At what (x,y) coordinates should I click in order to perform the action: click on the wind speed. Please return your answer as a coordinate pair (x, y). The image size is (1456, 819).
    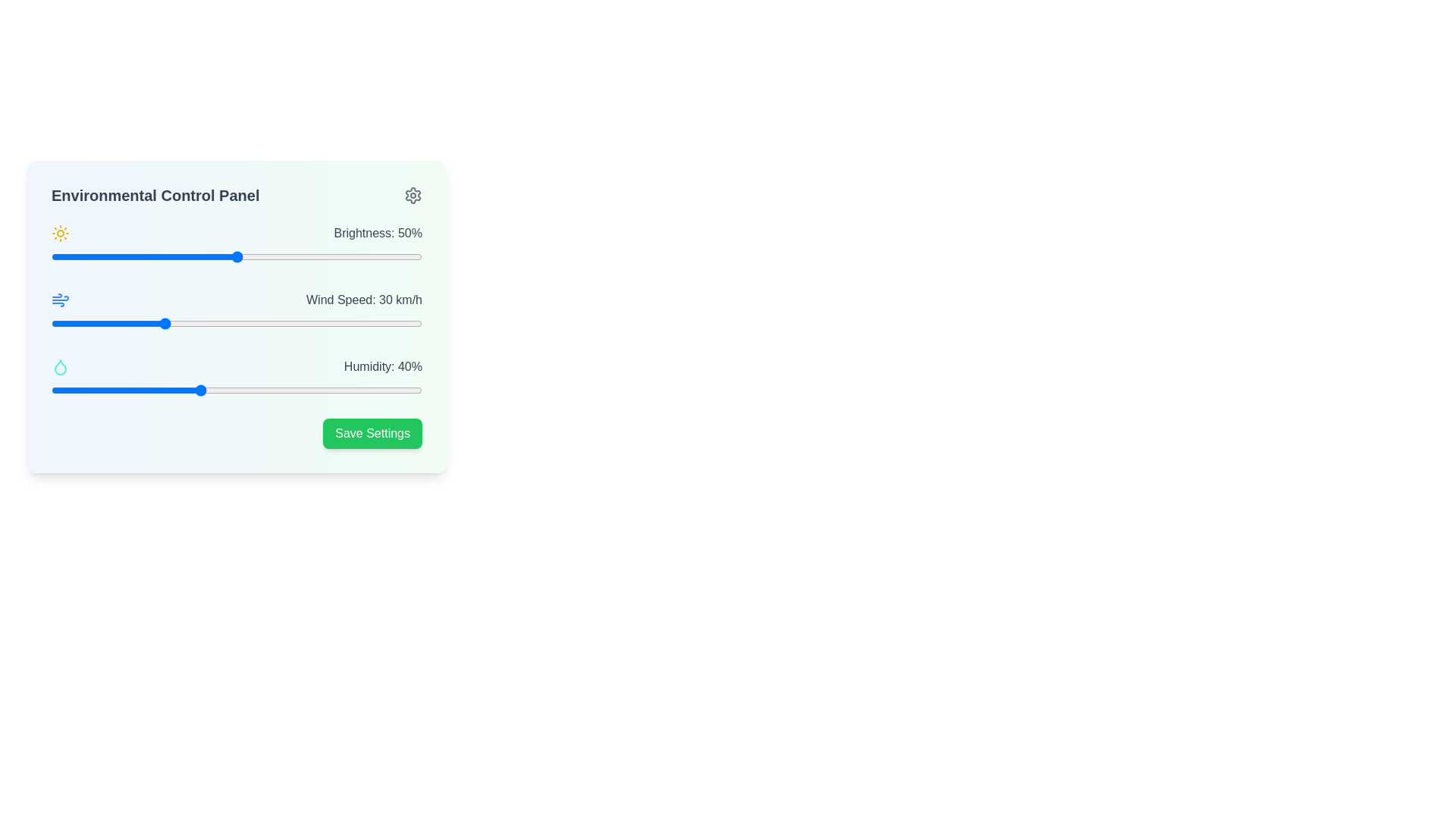
    Looking at the image, I should click on (191, 323).